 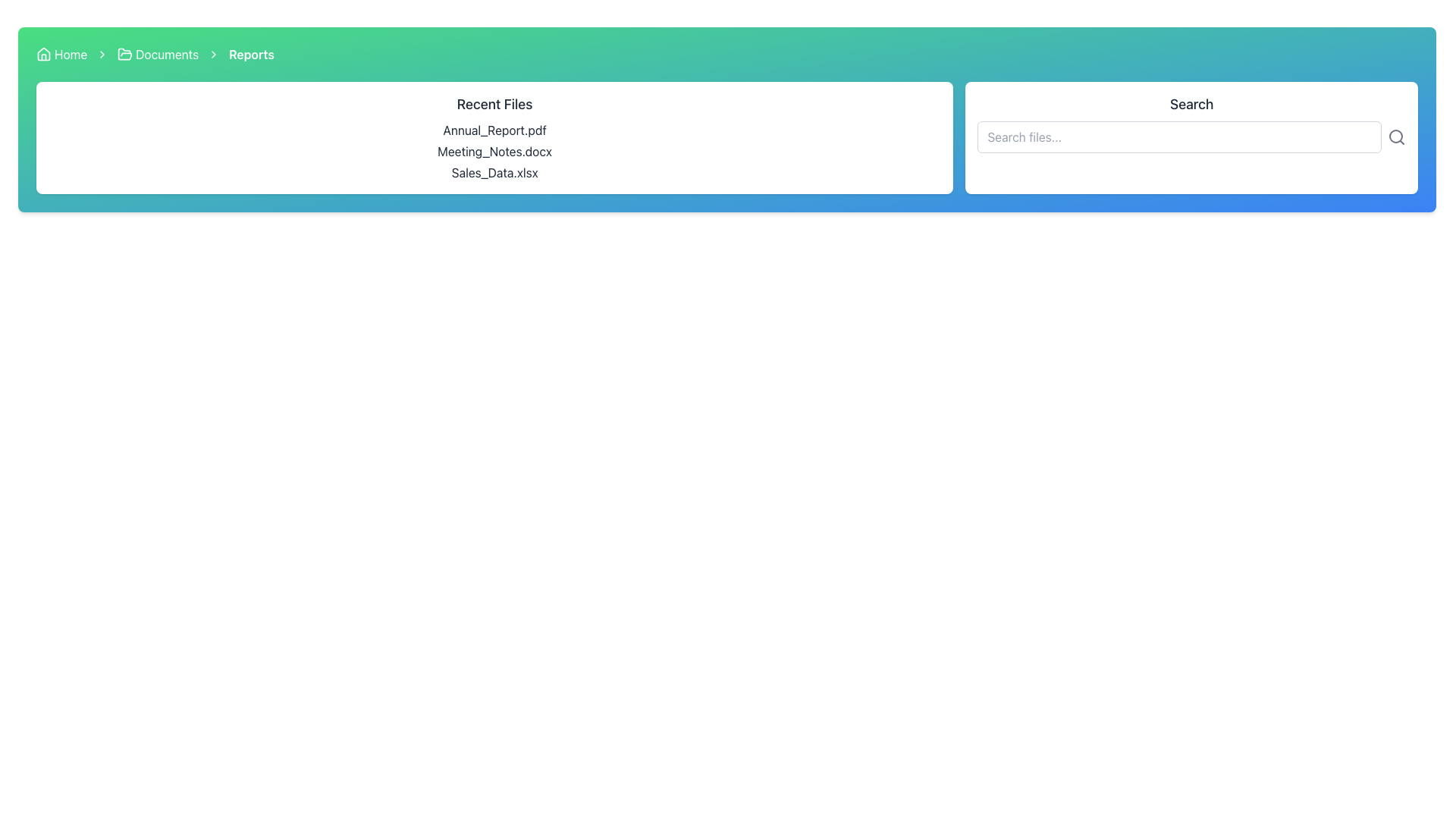 I want to click on the right-facing chevron icon in the breadcrumb navigation component, which visually separates 'Documents' and 'Reports', so click(x=213, y=54).